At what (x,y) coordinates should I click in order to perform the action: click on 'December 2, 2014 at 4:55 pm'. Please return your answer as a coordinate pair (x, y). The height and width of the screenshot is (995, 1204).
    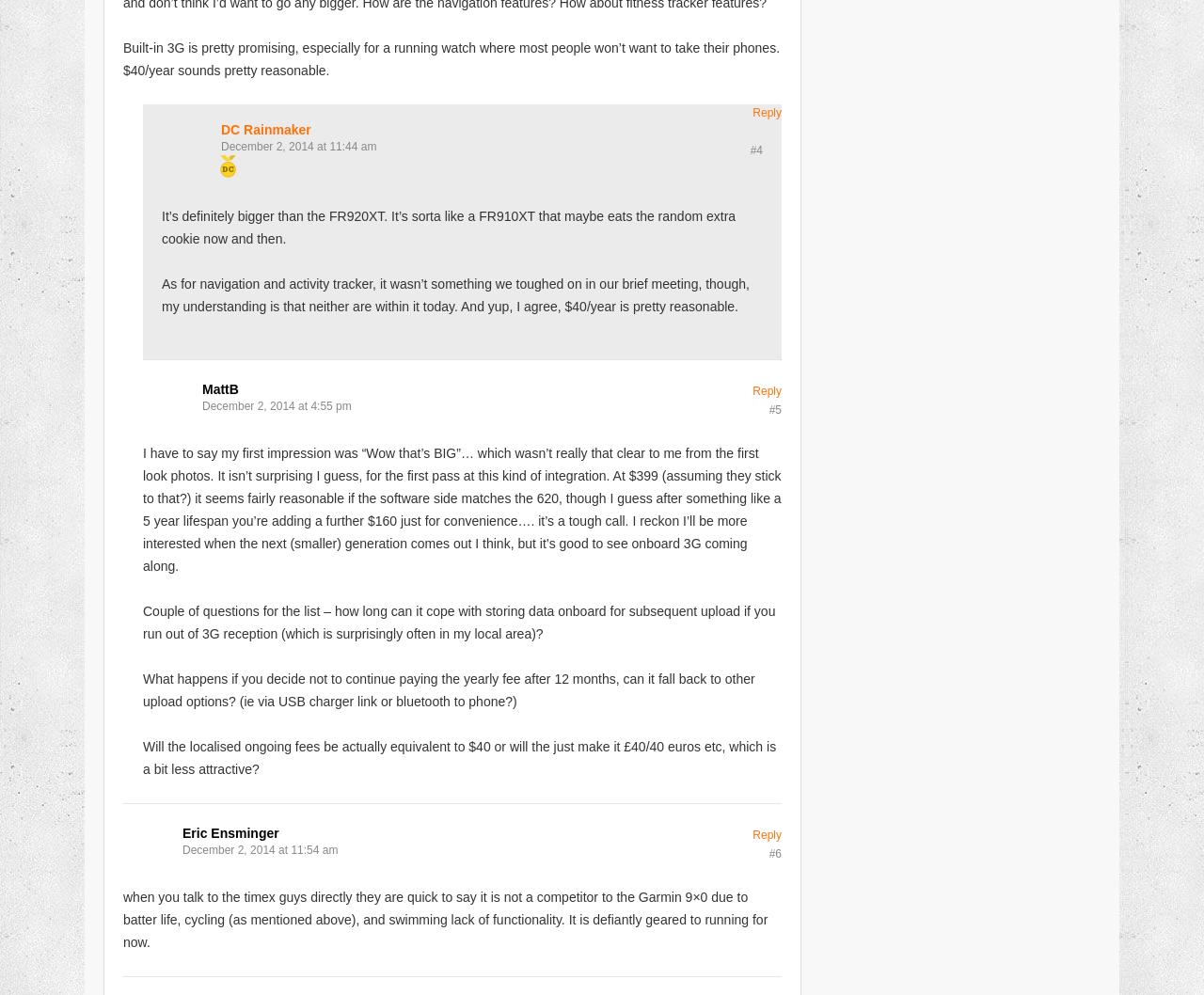
    Looking at the image, I should click on (276, 405).